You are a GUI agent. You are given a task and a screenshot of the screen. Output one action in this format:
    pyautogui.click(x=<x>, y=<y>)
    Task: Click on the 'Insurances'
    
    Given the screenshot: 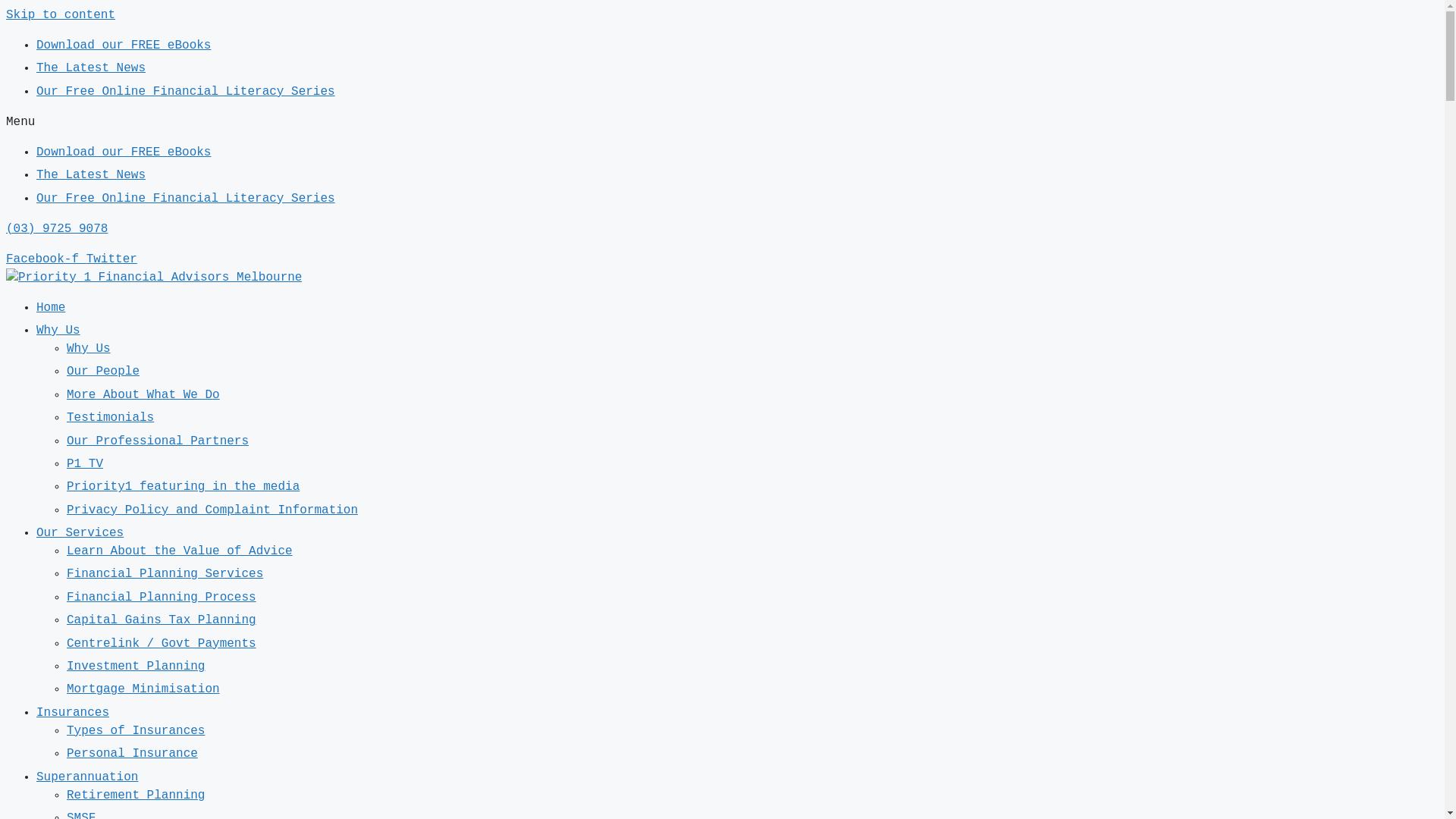 What is the action you would take?
    pyautogui.click(x=72, y=713)
    